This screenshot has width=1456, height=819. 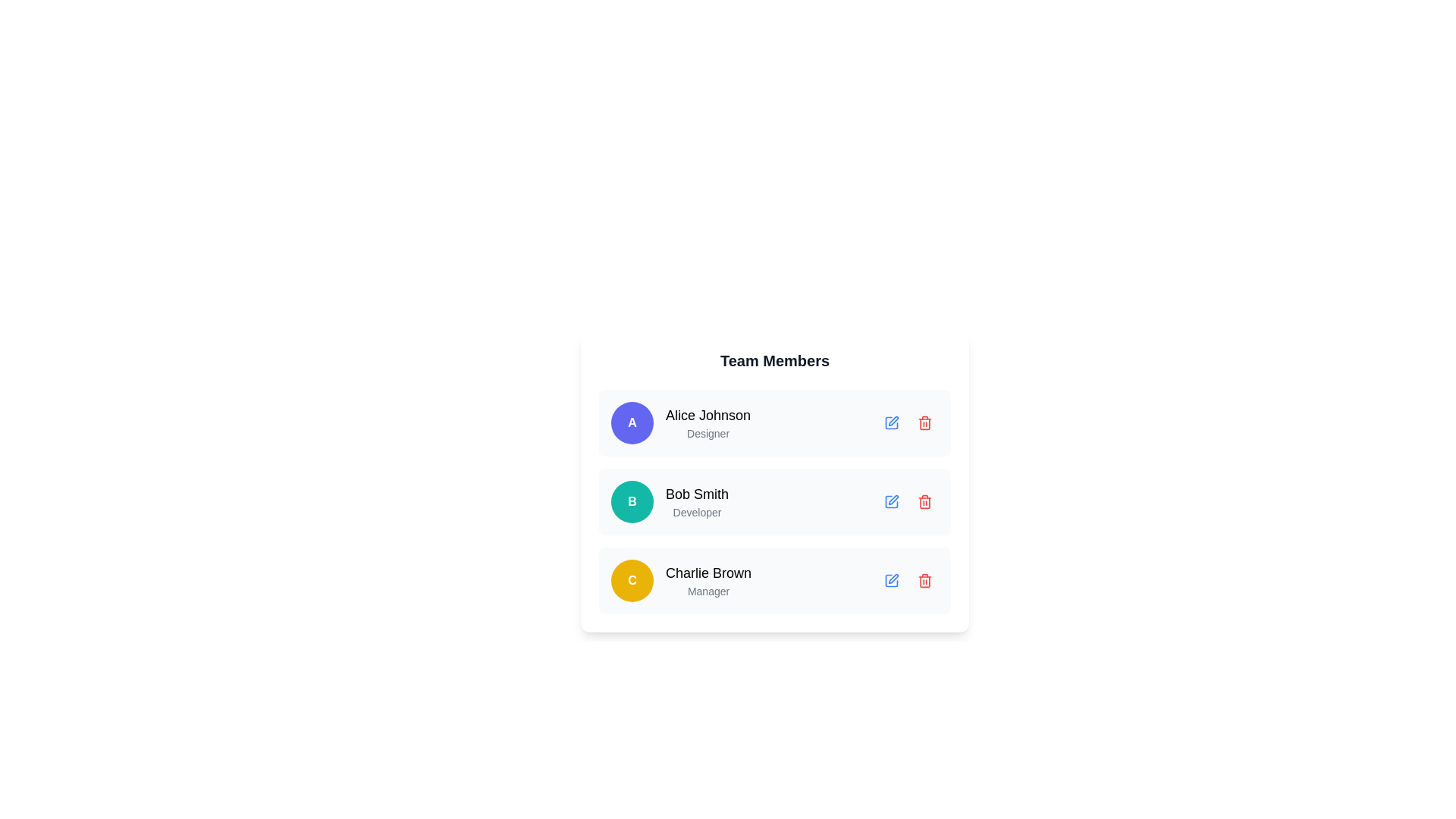 I want to click on the text label displaying 'Designer' located directly beneath 'Alice Johnson' in the team members list, so click(x=708, y=433).